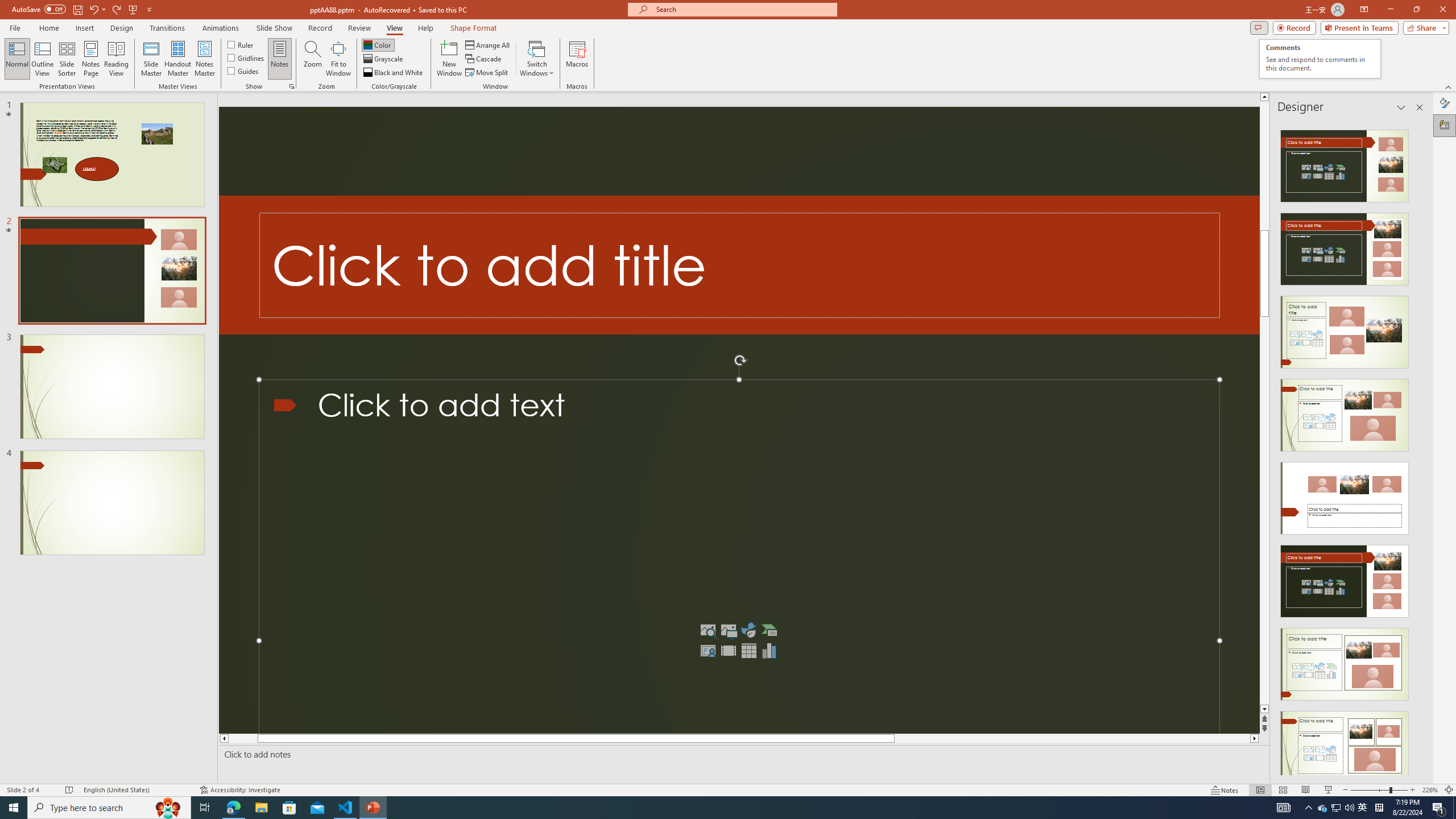 This screenshot has width=1456, height=819. What do you see at coordinates (487, 72) in the screenshot?
I see `'Move Split'` at bounding box center [487, 72].